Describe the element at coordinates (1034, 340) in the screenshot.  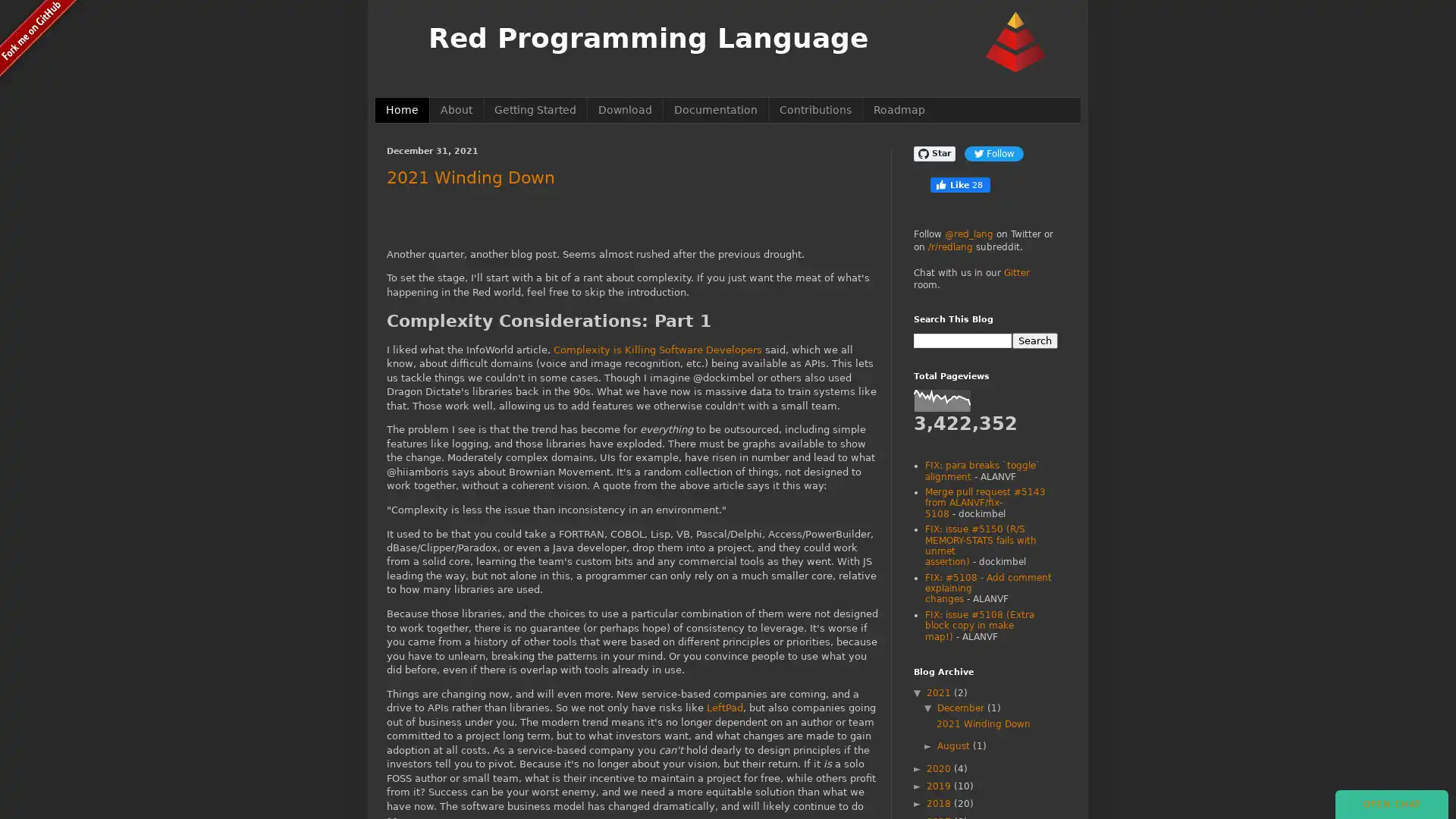
I see `Search` at that location.